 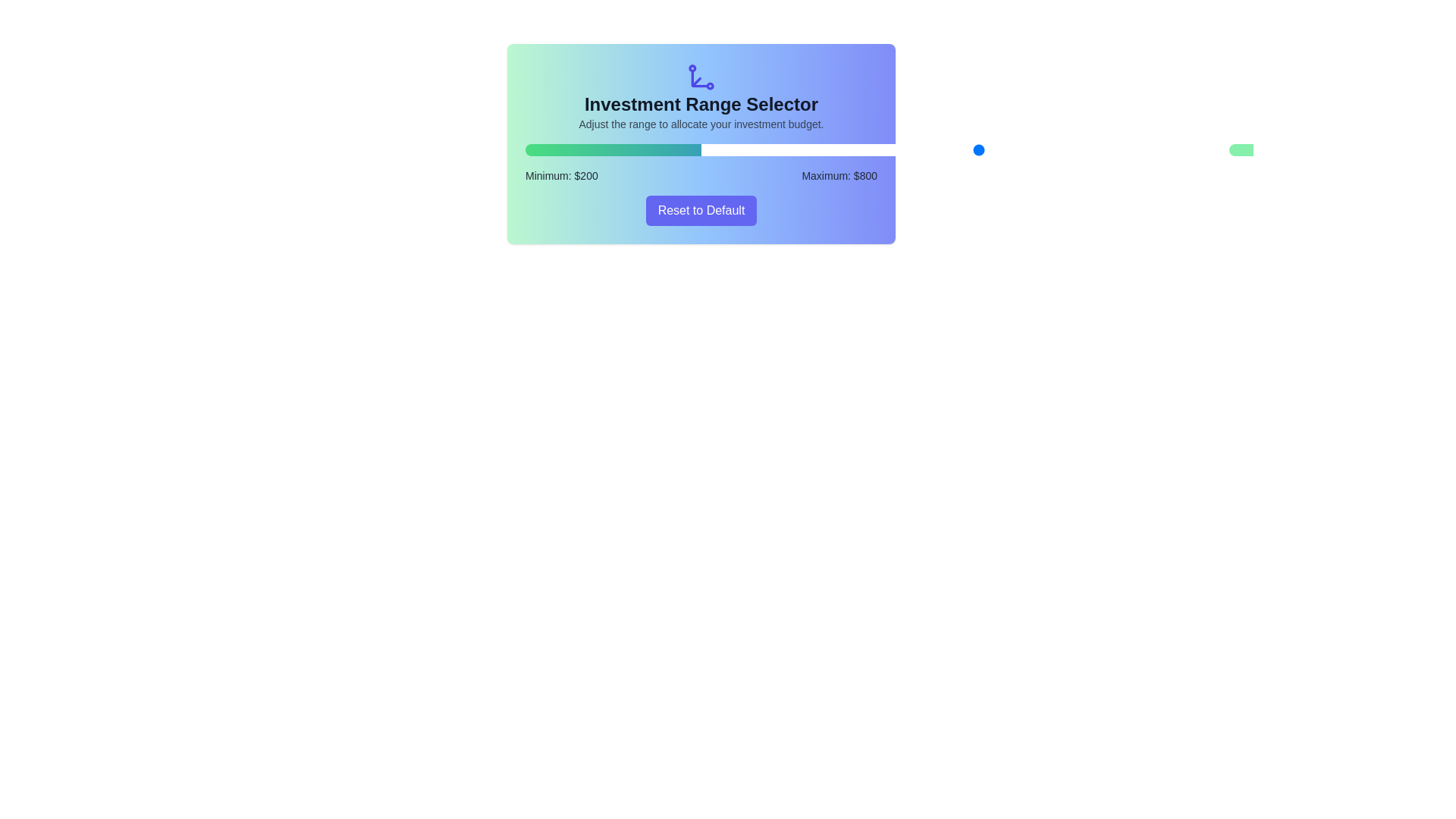 I want to click on the minimum investment range slider to 165, so click(x=759, y=149).